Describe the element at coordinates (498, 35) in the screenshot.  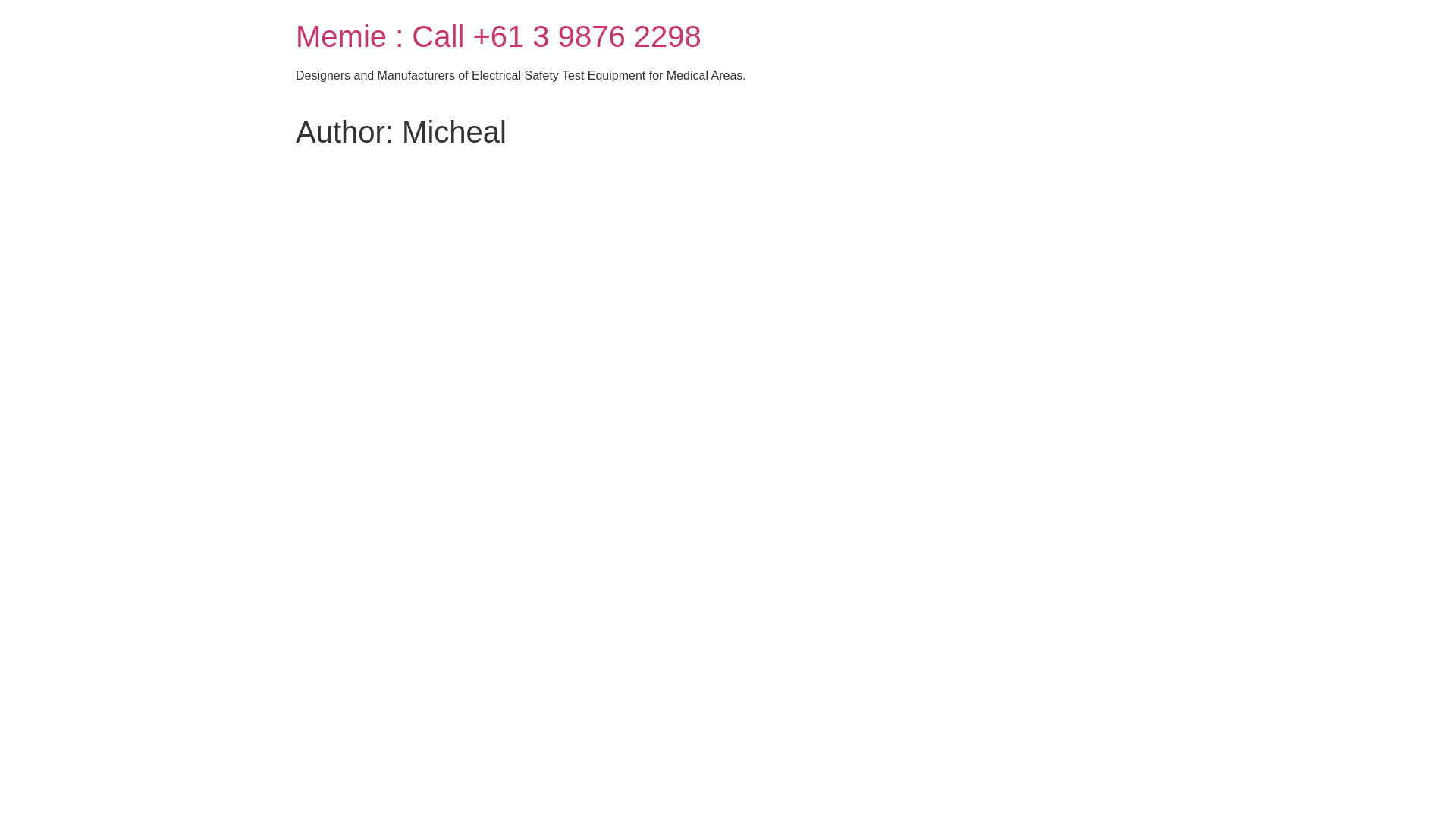
I see `'Memie : Call +61 3 9876 2298'` at that location.